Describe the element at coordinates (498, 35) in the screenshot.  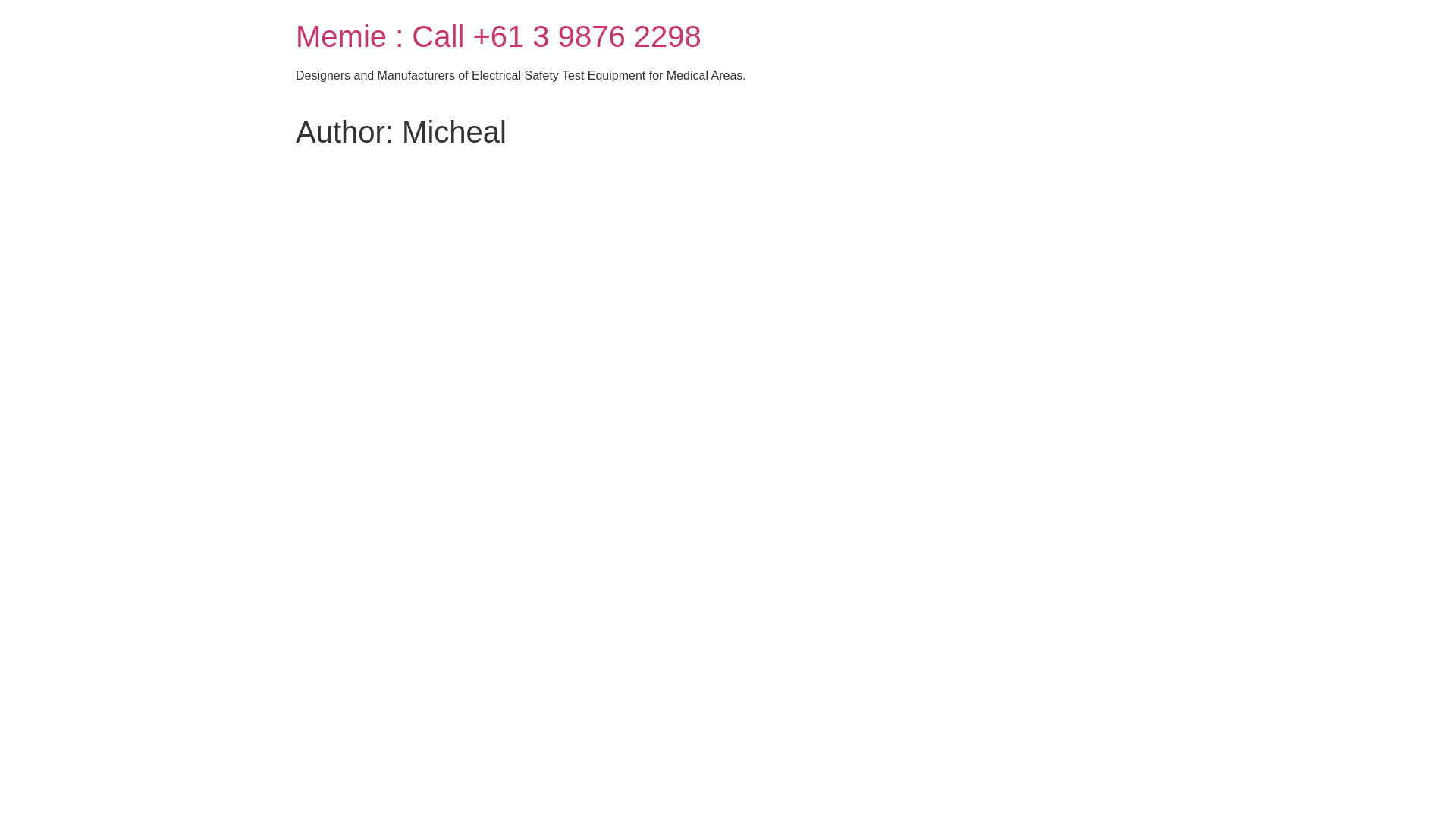
I see `'Memie : Call +61 3 9876 2298'` at that location.